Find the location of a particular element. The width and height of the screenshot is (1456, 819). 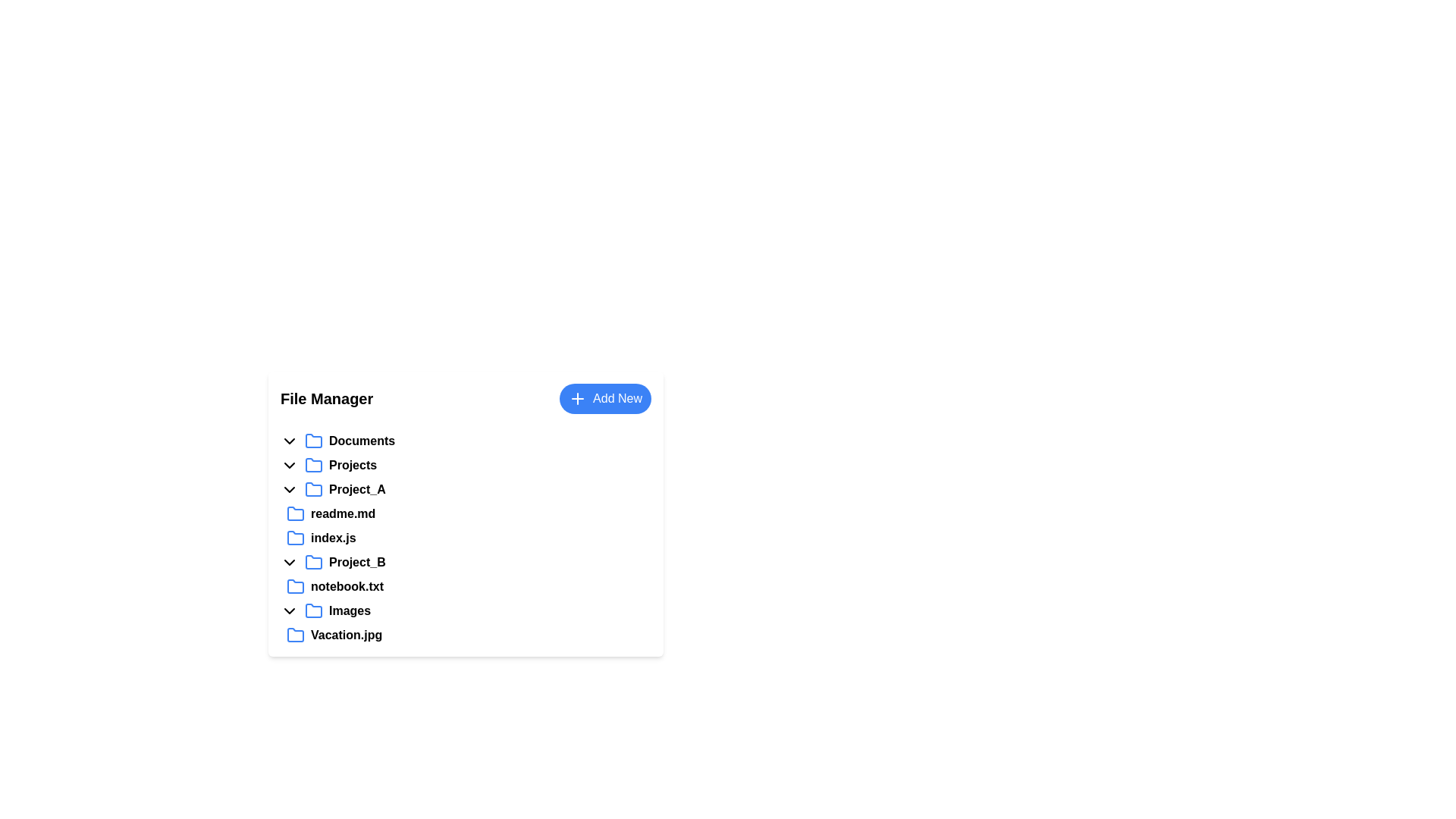

the 'readme.md' file item located under the 'Project_A' folder is located at coordinates (465, 513).